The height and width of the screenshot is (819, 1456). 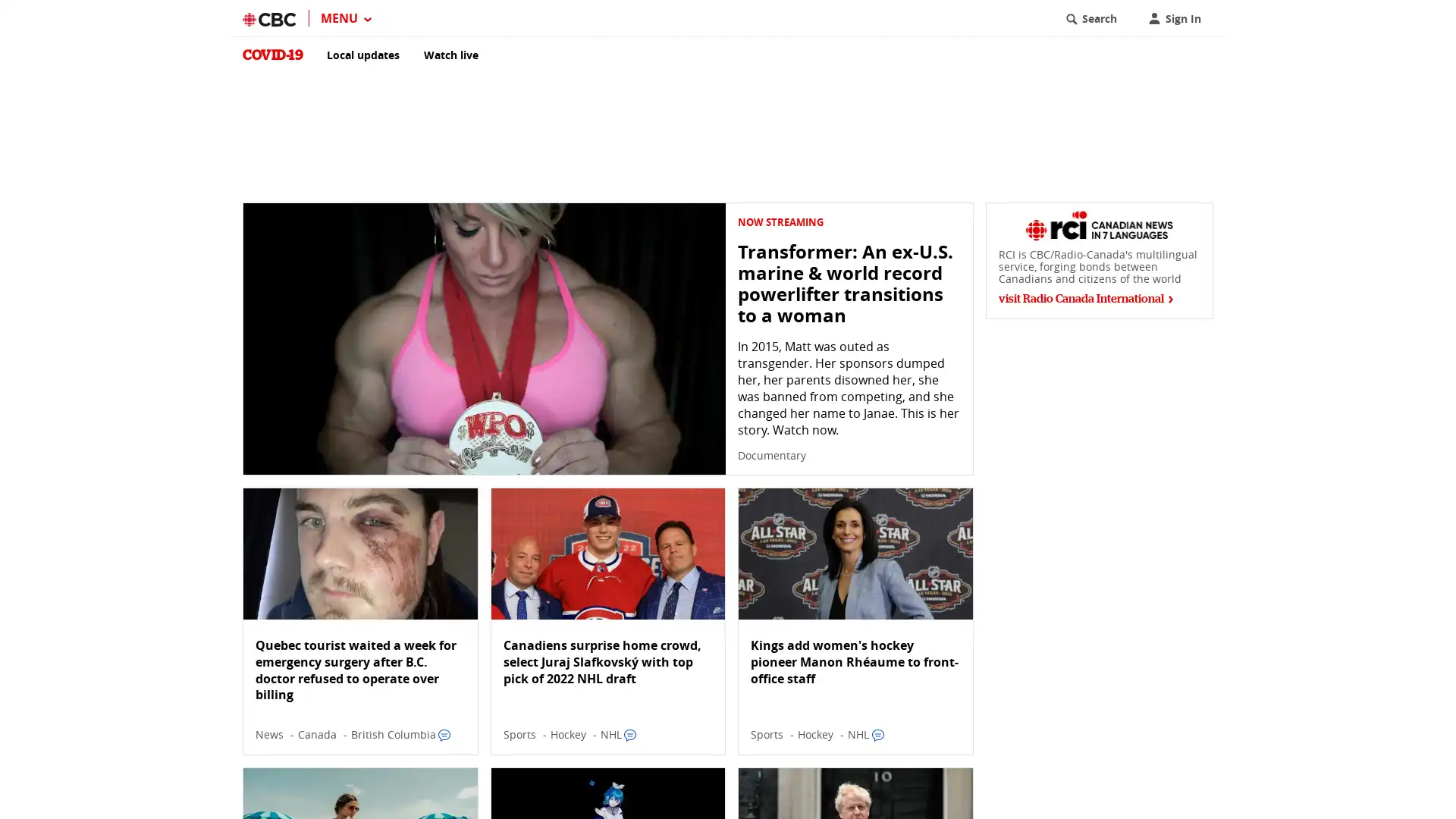 I want to click on Sign In, so click(x=1174, y=17).